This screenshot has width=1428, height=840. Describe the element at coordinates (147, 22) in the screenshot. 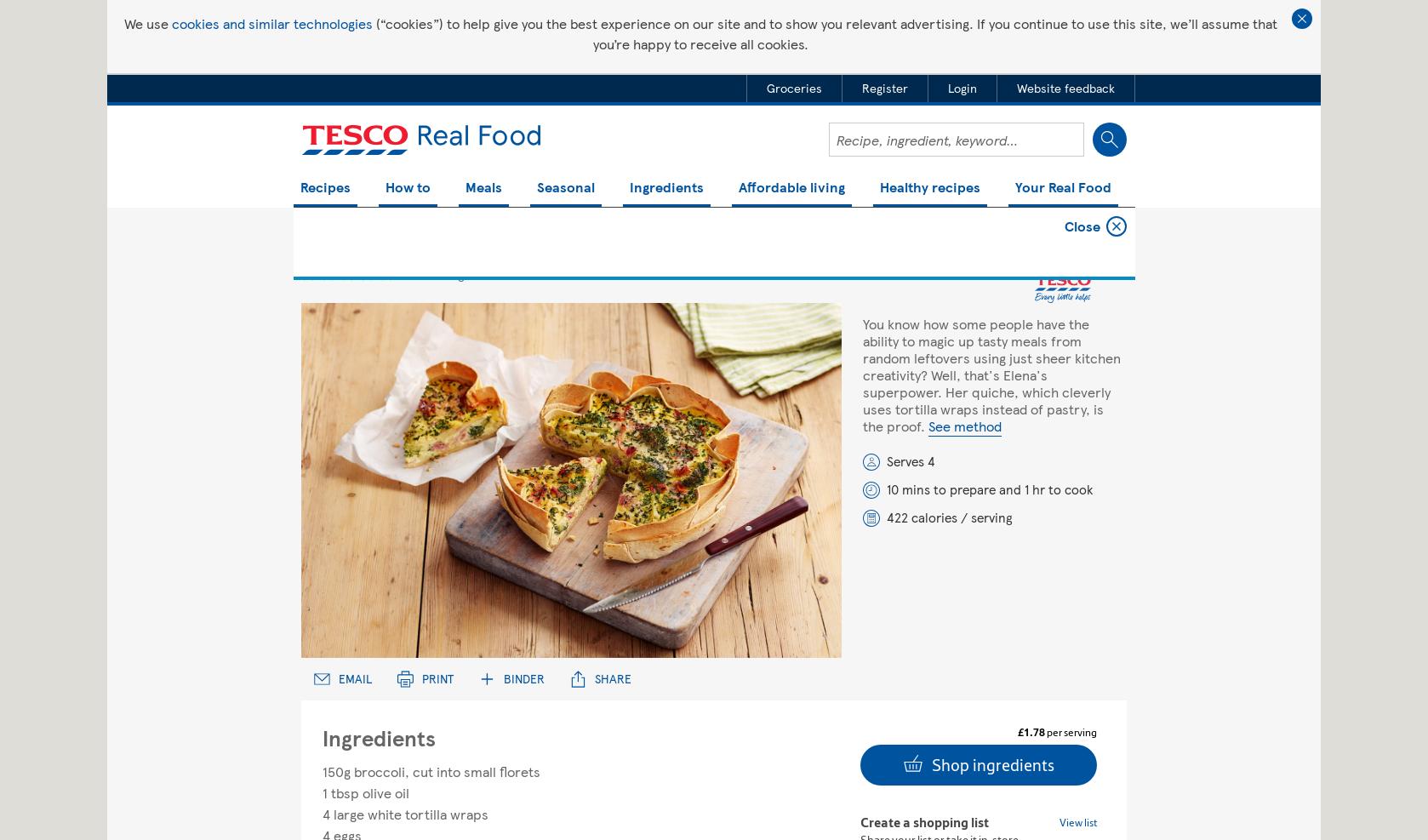

I see `'We use'` at that location.